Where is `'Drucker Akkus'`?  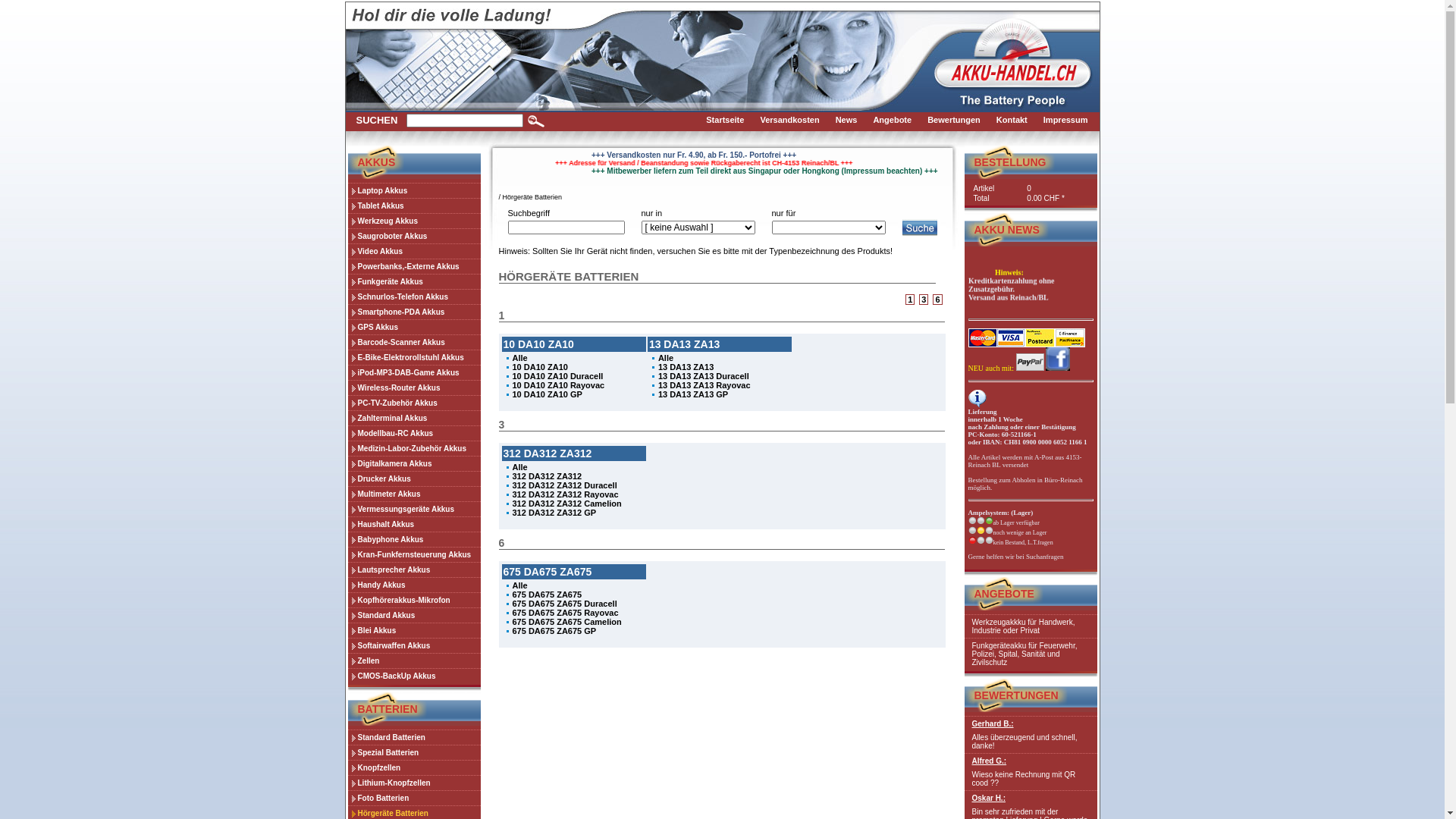
'Drucker Akkus' is located at coordinates (413, 479).